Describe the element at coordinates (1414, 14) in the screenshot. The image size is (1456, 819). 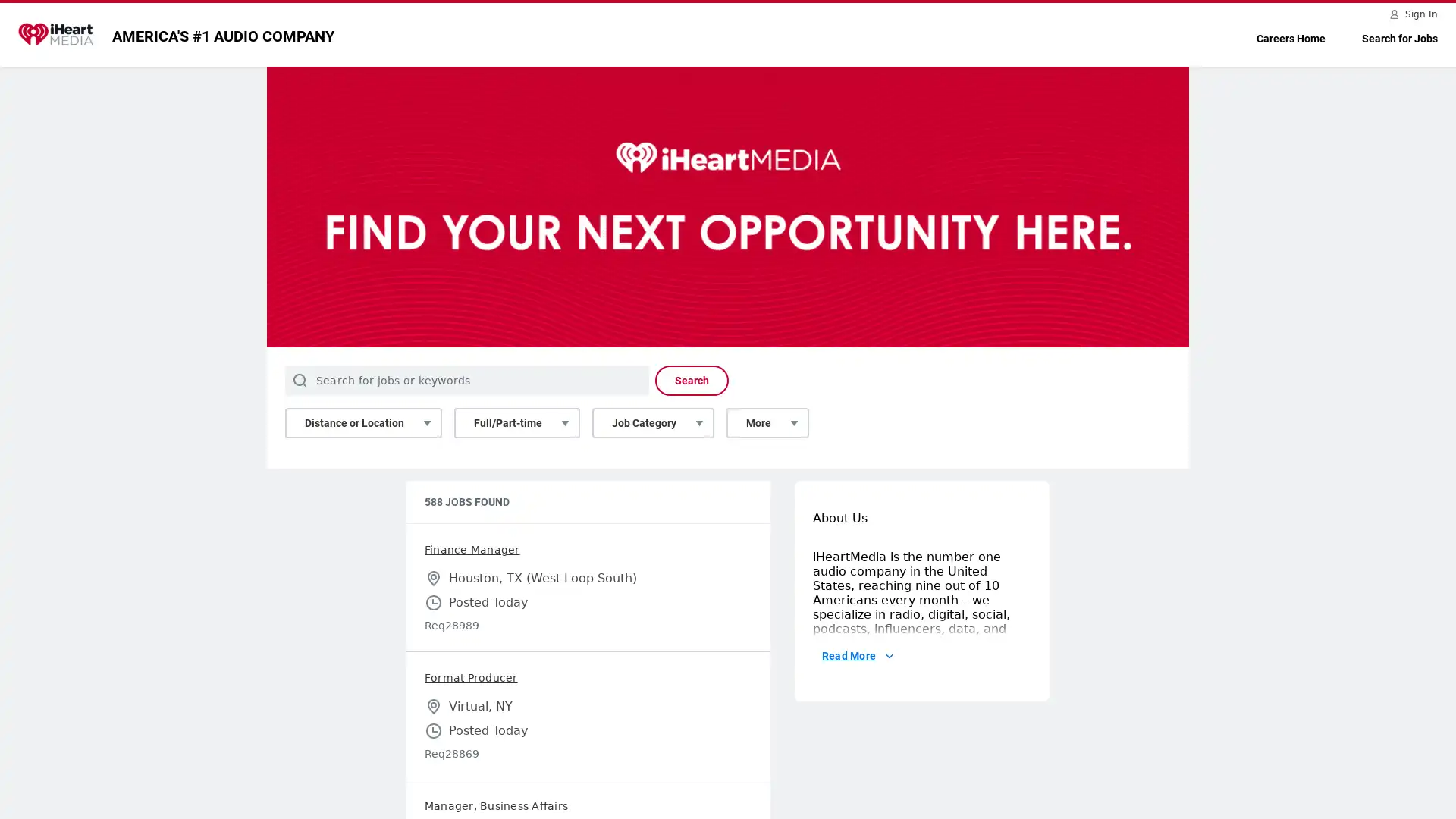
I see `Sign In` at that location.